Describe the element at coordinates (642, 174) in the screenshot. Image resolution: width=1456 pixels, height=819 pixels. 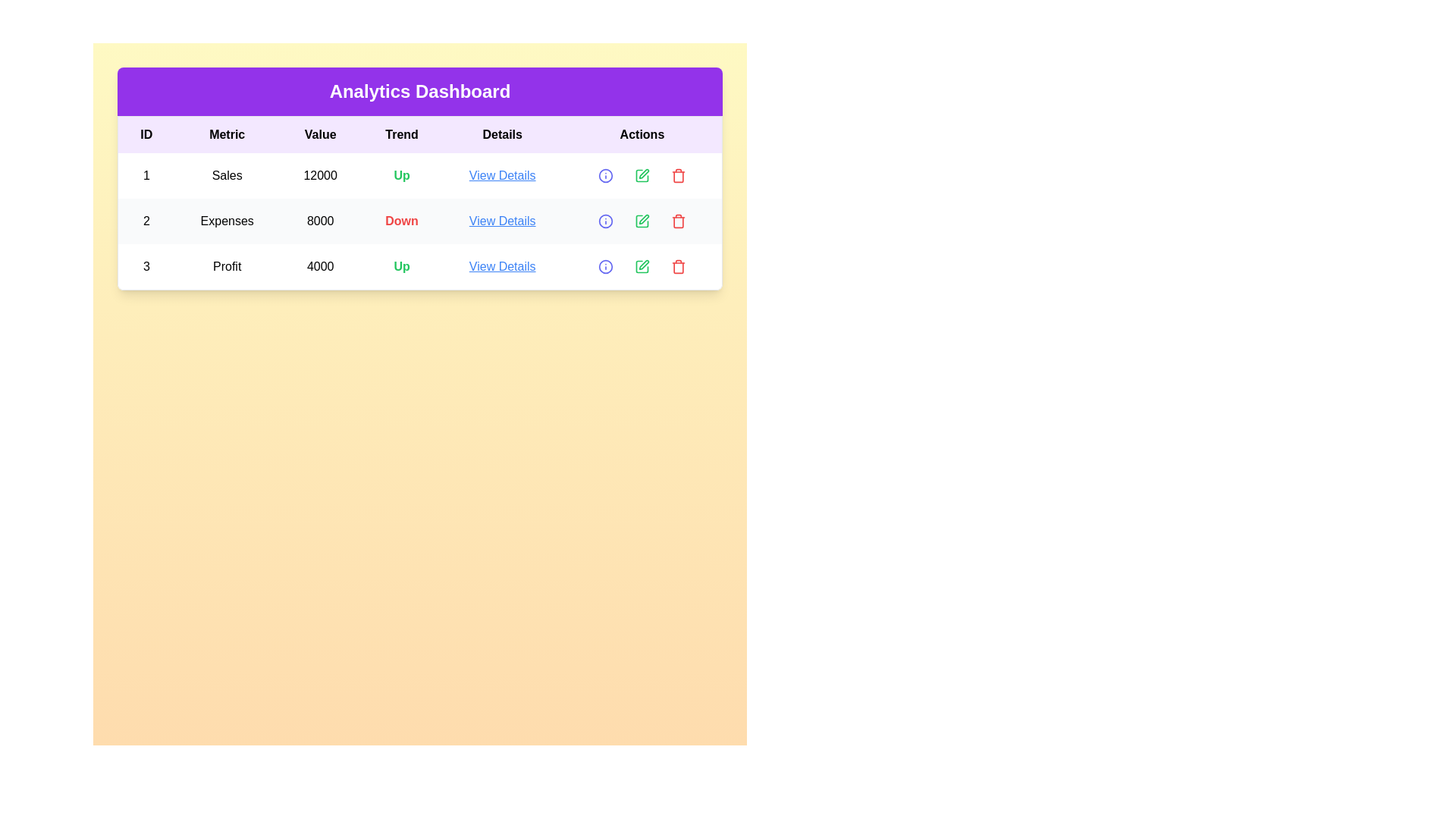
I see `the second button in the Actions column of the first row in the table to initiate editing` at that location.